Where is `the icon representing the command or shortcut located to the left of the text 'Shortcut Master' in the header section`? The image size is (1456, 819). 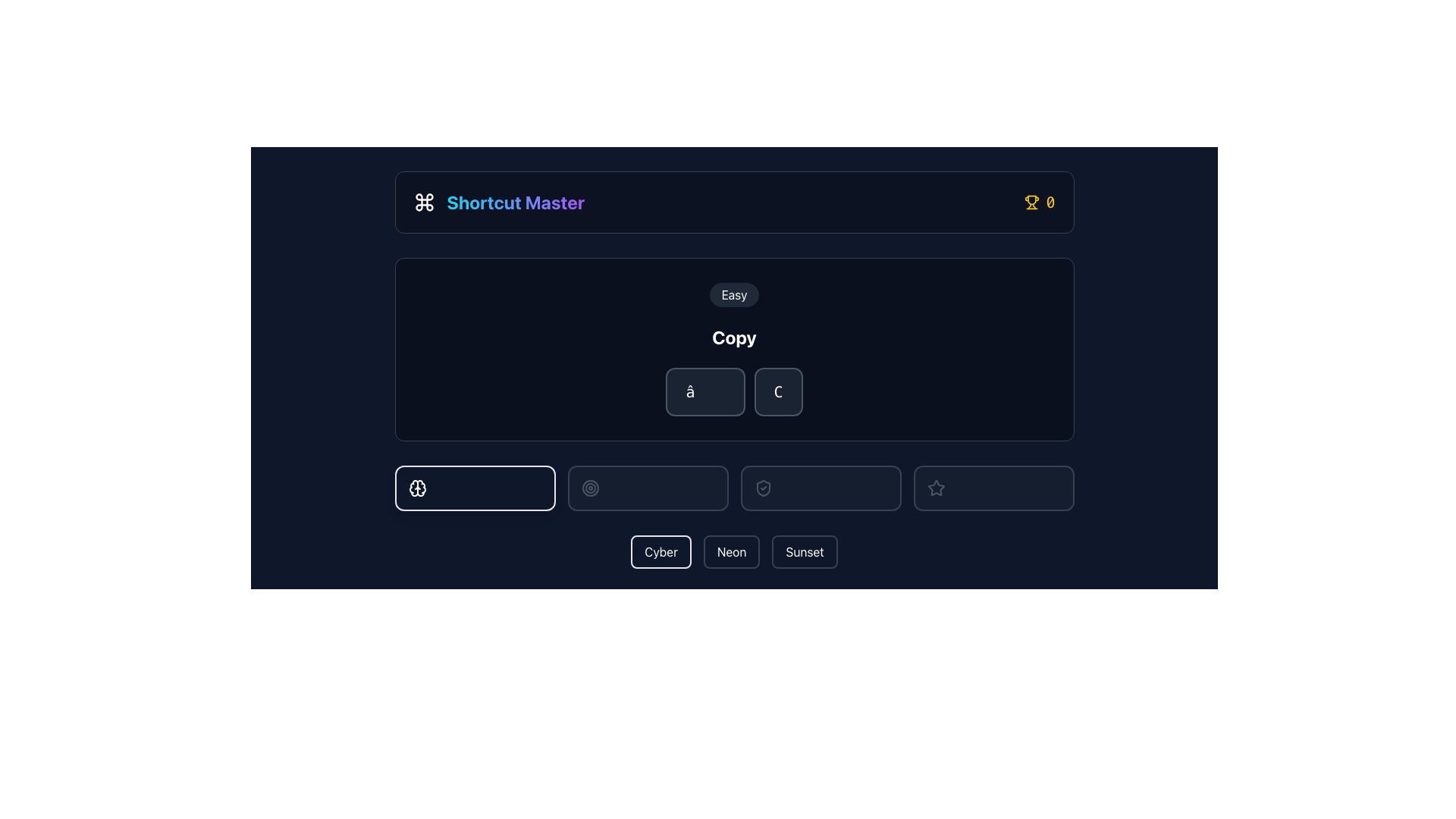
the icon representing the command or shortcut located to the left of the text 'Shortcut Master' in the header section is located at coordinates (424, 201).